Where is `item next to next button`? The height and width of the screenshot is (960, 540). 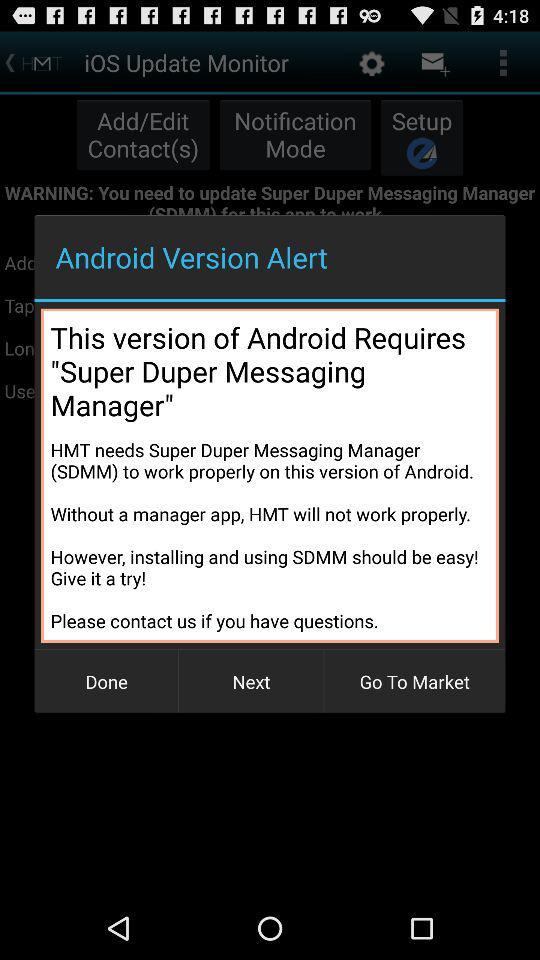
item next to next button is located at coordinates (413, 681).